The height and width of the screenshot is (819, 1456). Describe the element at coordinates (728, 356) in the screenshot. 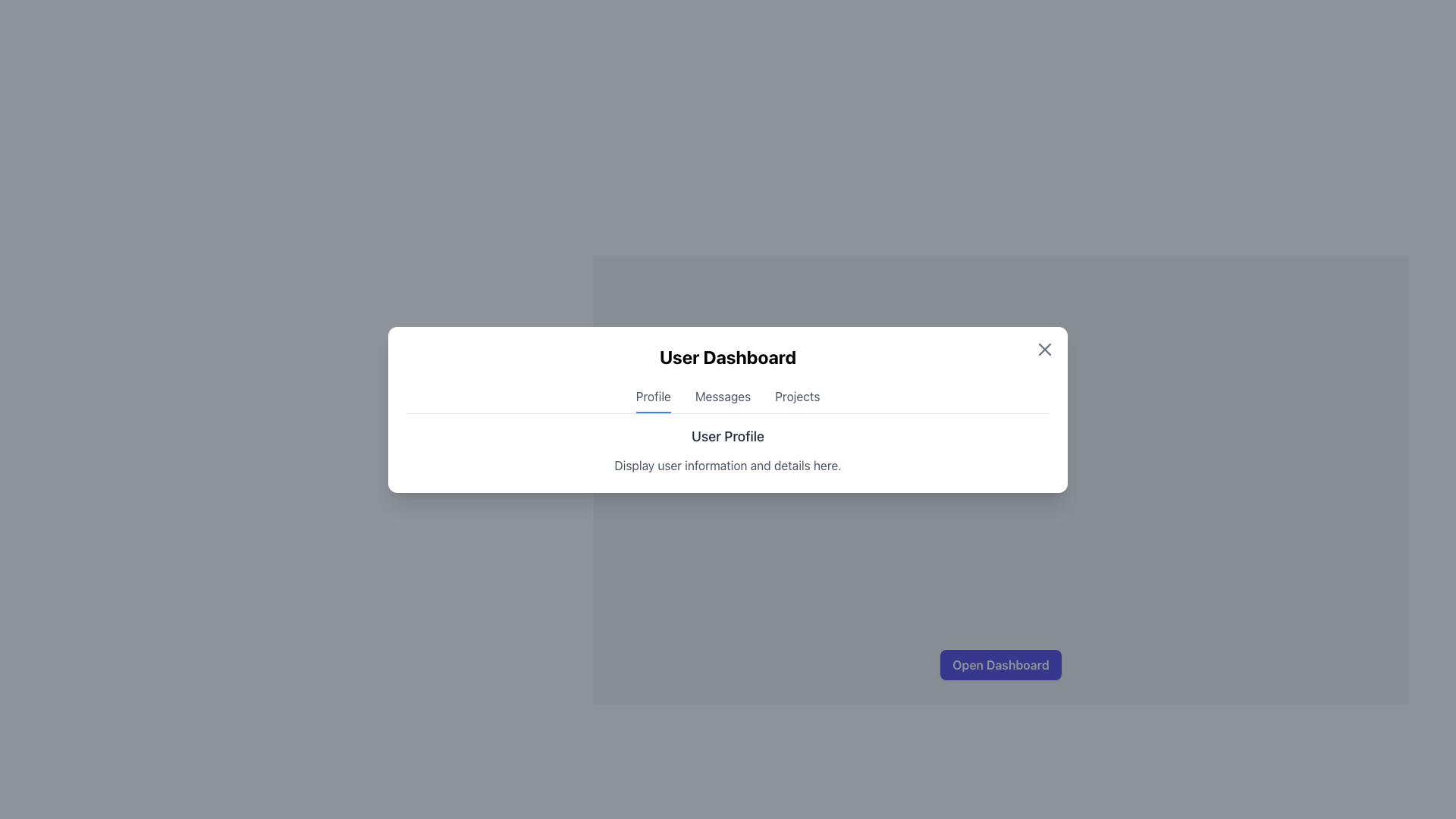

I see `the bold, centered text label displaying 'User Dashboard' located at the top center of the white, rounded card` at that location.